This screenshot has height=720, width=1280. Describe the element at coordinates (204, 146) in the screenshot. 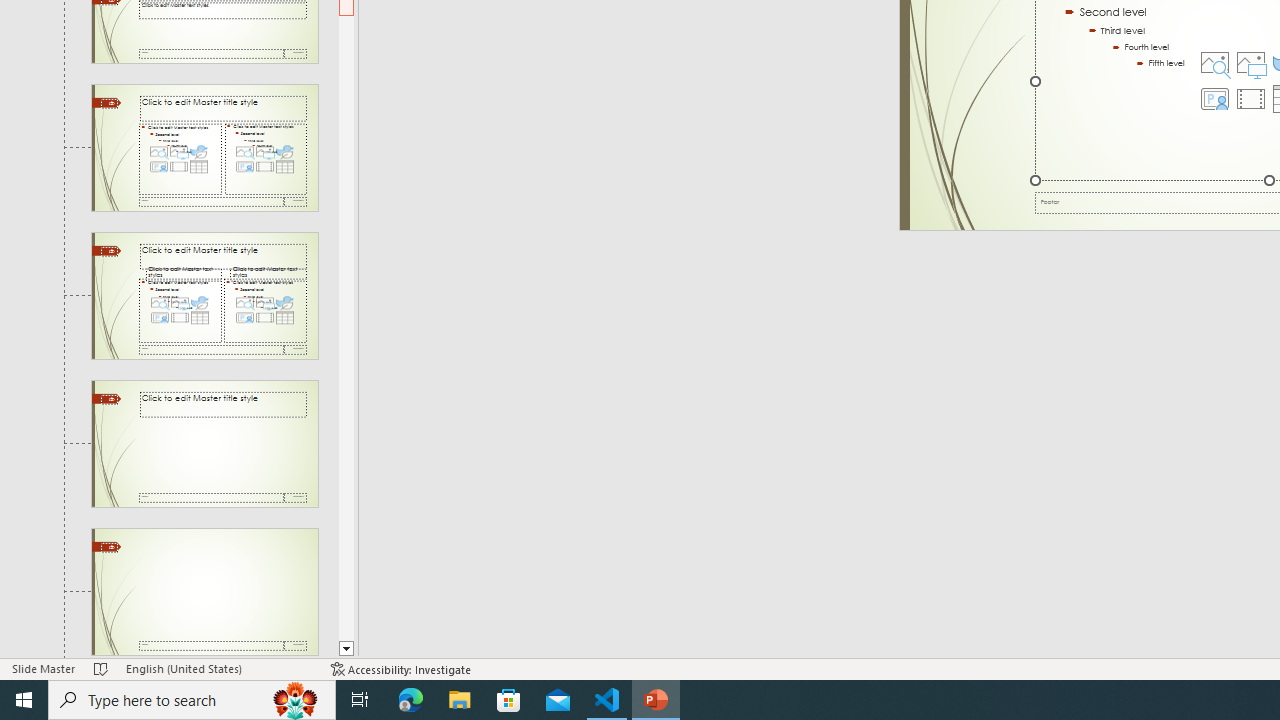

I see `'Slide Two Content Layout: used by no slides'` at that location.